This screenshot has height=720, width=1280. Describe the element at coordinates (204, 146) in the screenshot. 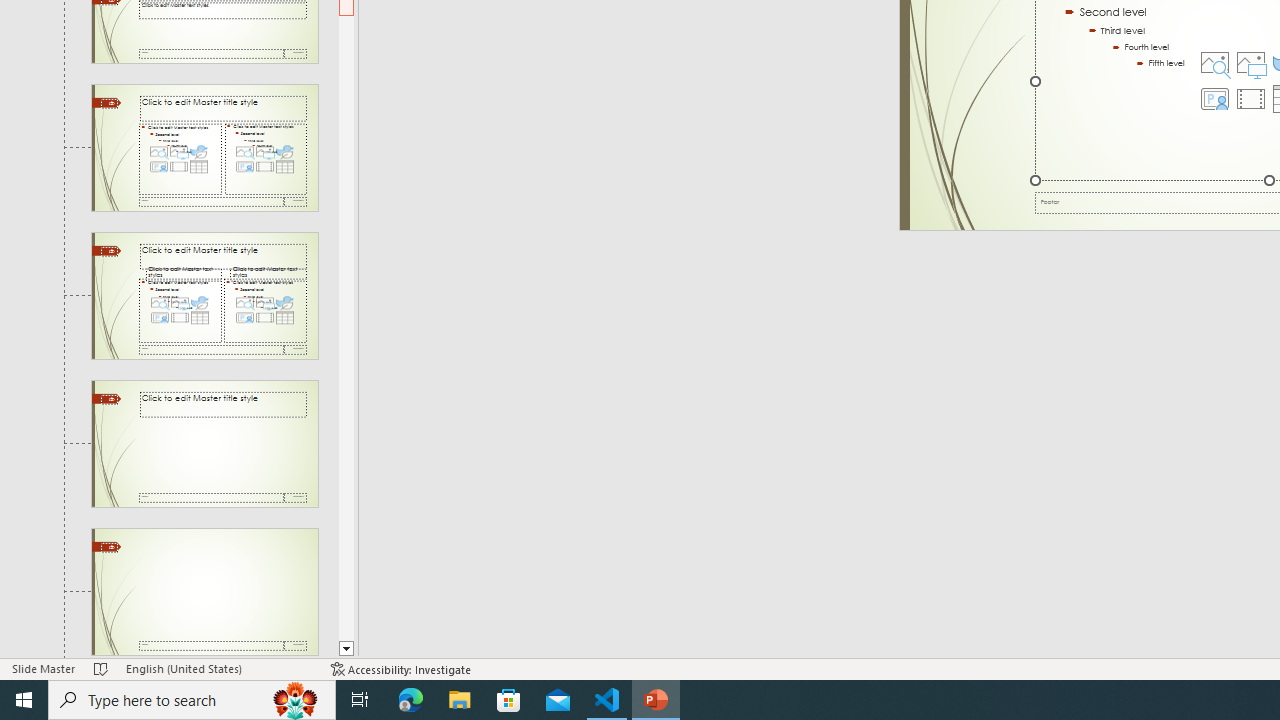

I see `'Slide Two Content Layout: used by no slides'` at that location.